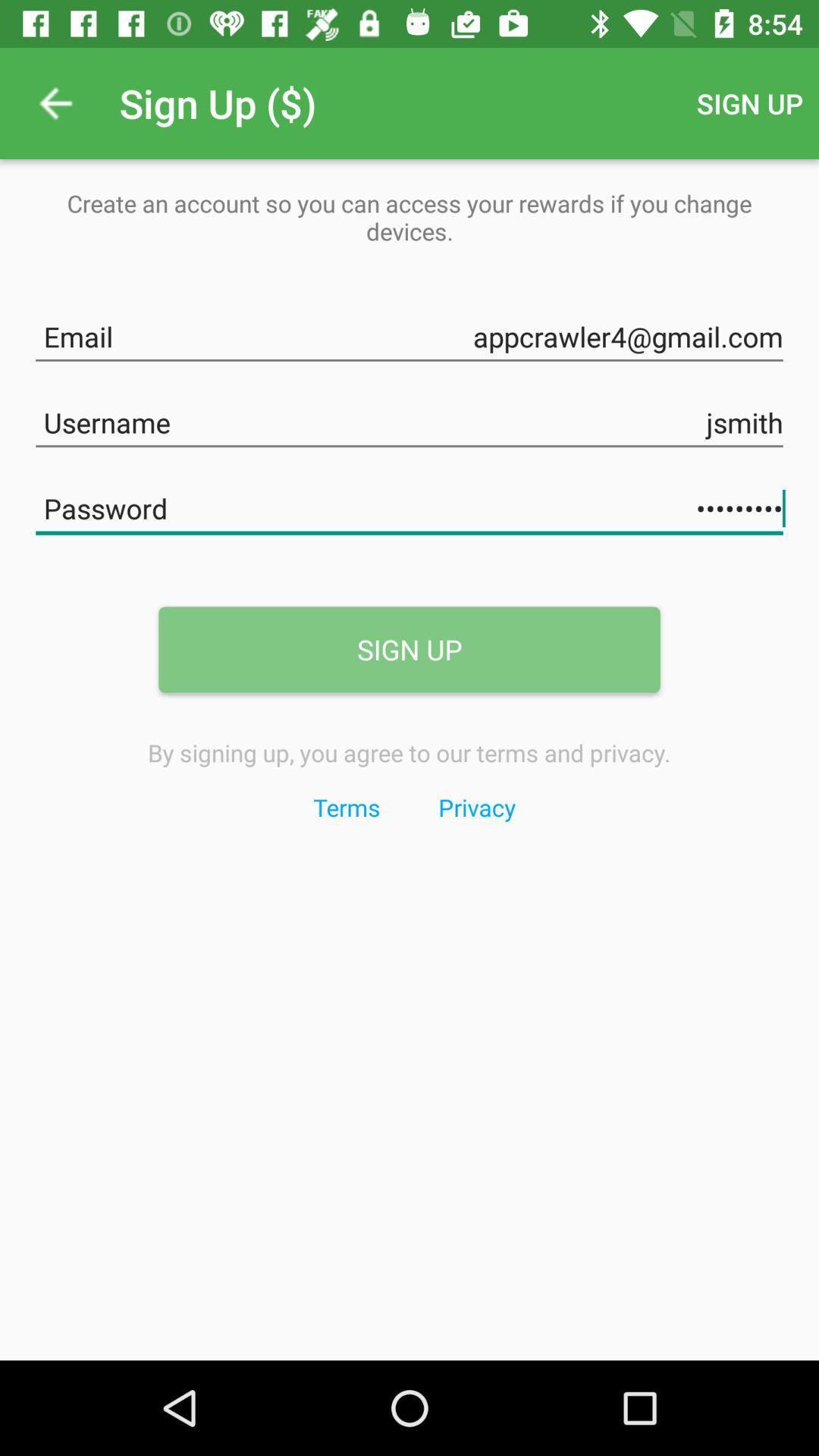  Describe the element at coordinates (409, 333) in the screenshot. I see `the appcrawler4@gmail.com icon` at that location.